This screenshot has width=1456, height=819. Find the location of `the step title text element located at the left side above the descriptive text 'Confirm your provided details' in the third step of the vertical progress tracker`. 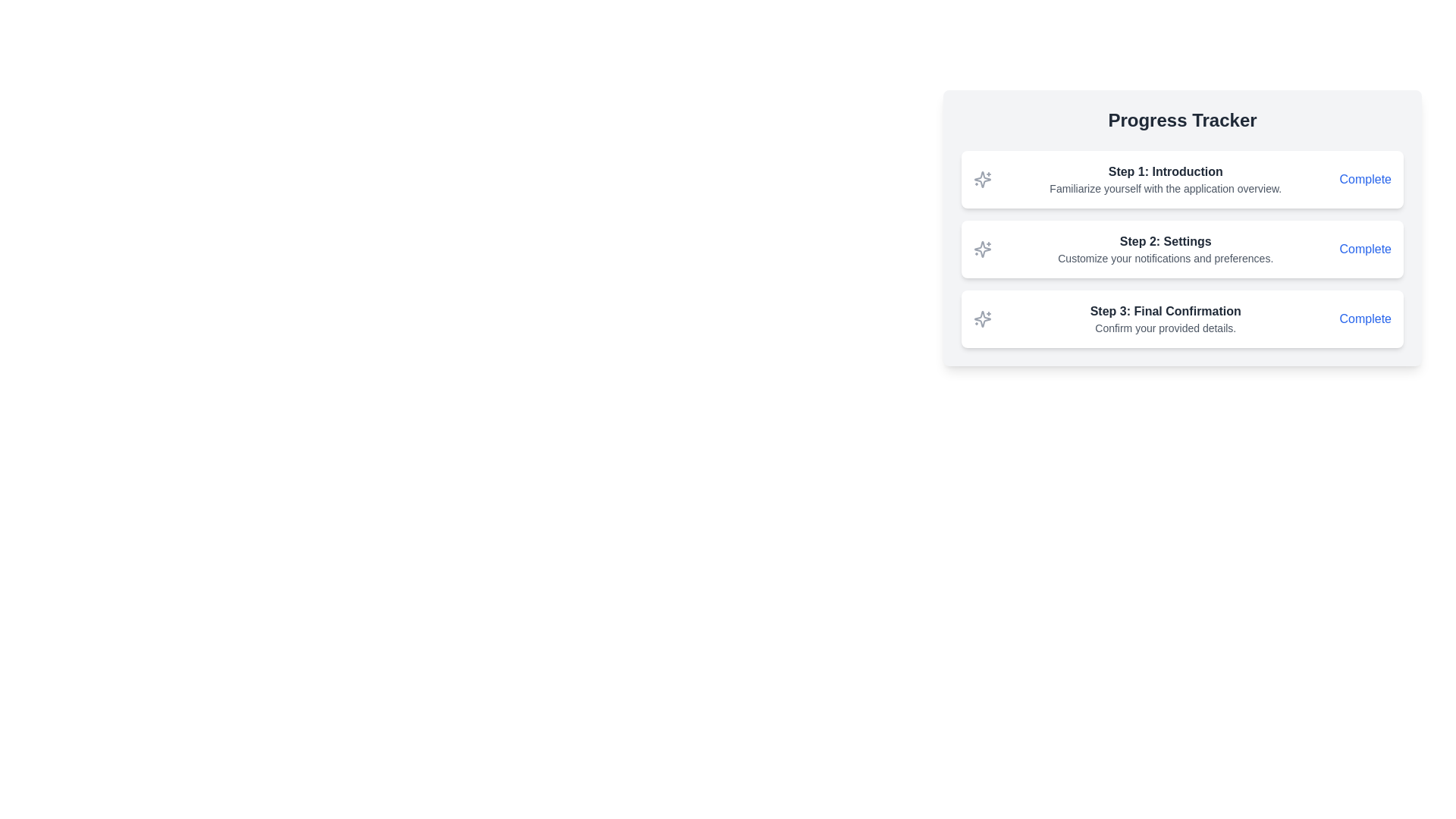

the step title text element located at the left side above the descriptive text 'Confirm your provided details' in the third step of the vertical progress tracker is located at coordinates (1165, 311).